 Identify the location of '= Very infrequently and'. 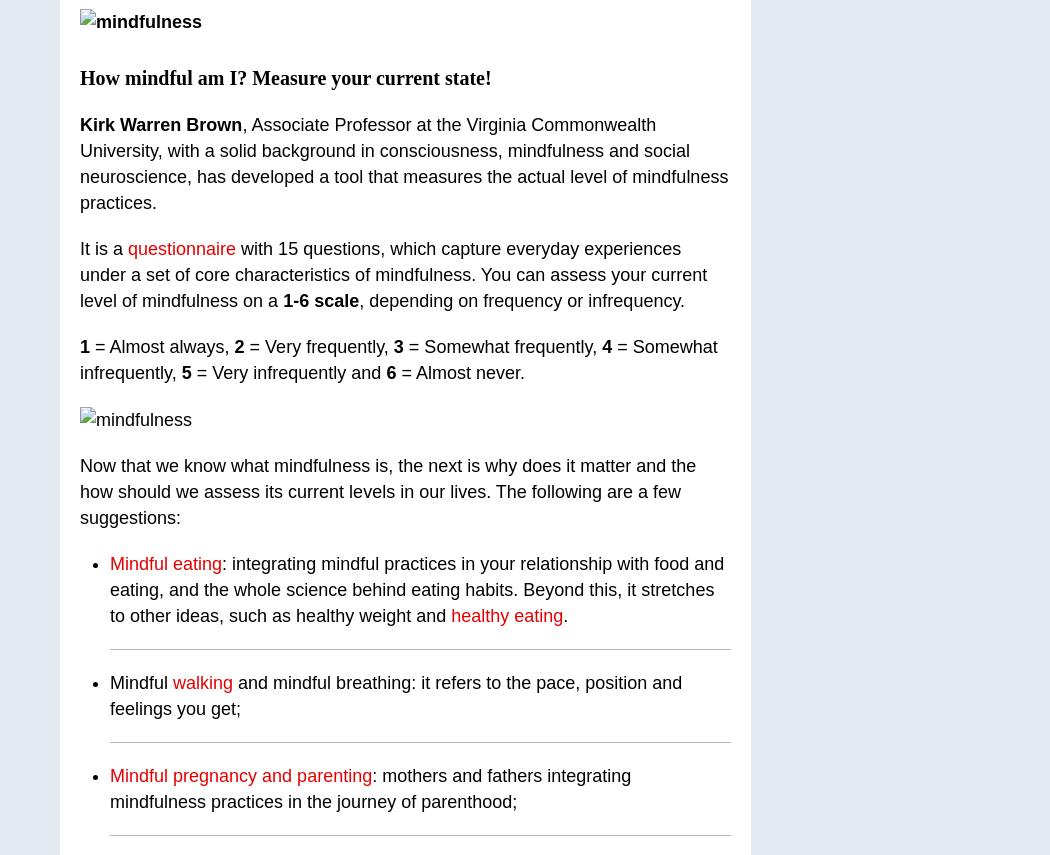
(287, 371).